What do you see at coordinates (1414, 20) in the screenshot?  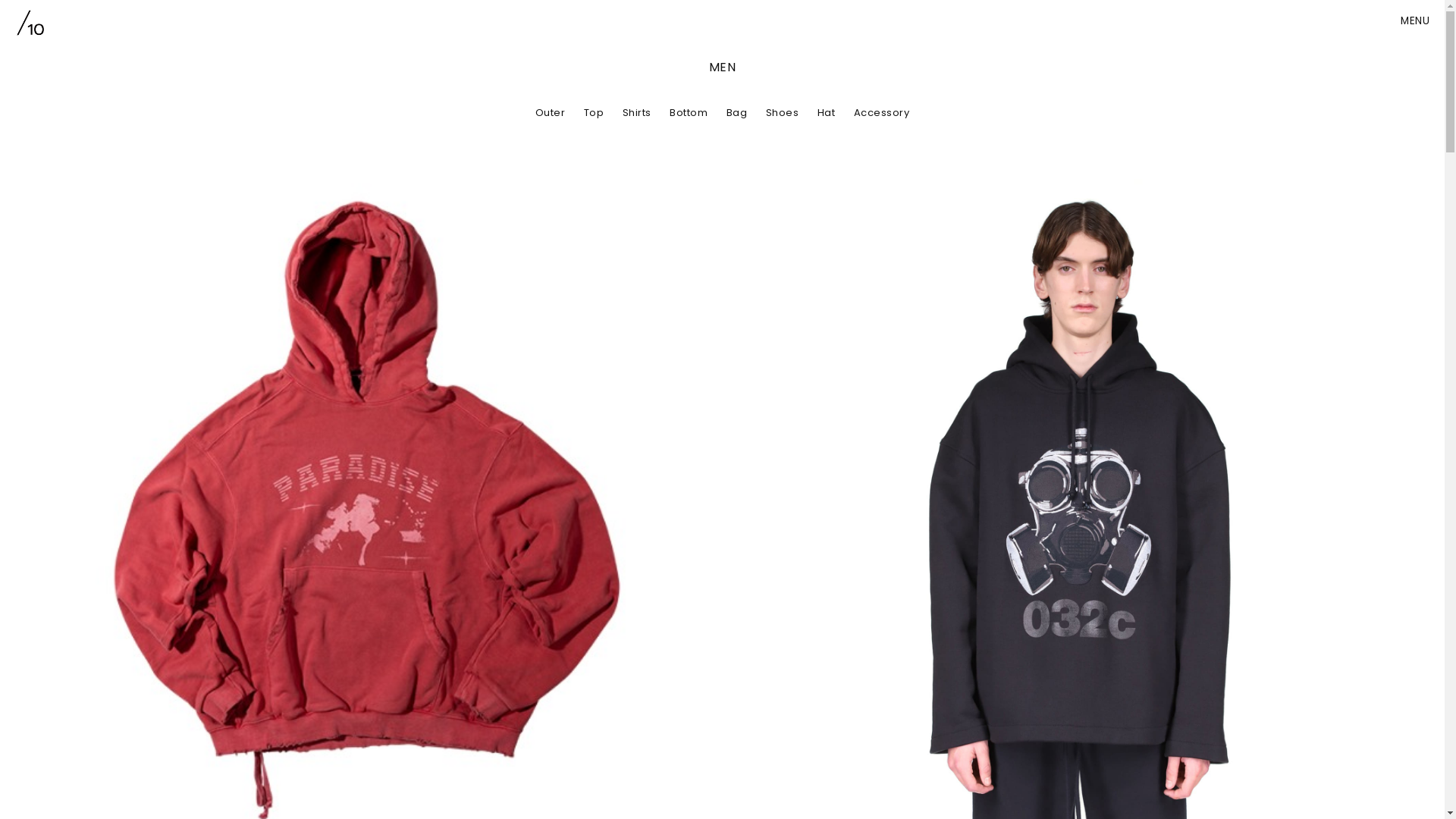 I see `'MENU'` at bounding box center [1414, 20].